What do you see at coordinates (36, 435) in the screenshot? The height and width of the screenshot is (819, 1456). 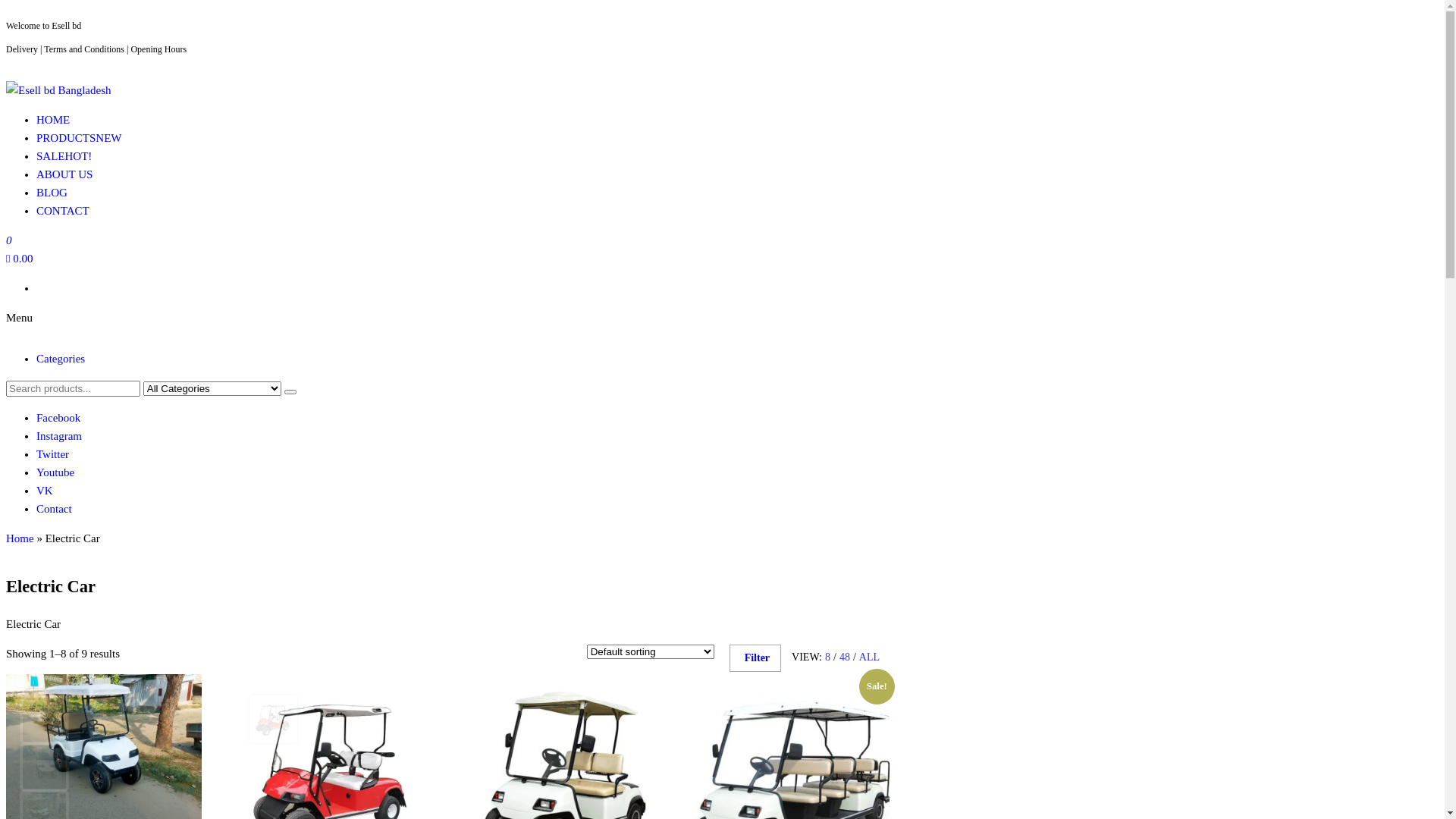 I see `'Instagram'` at bounding box center [36, 435].